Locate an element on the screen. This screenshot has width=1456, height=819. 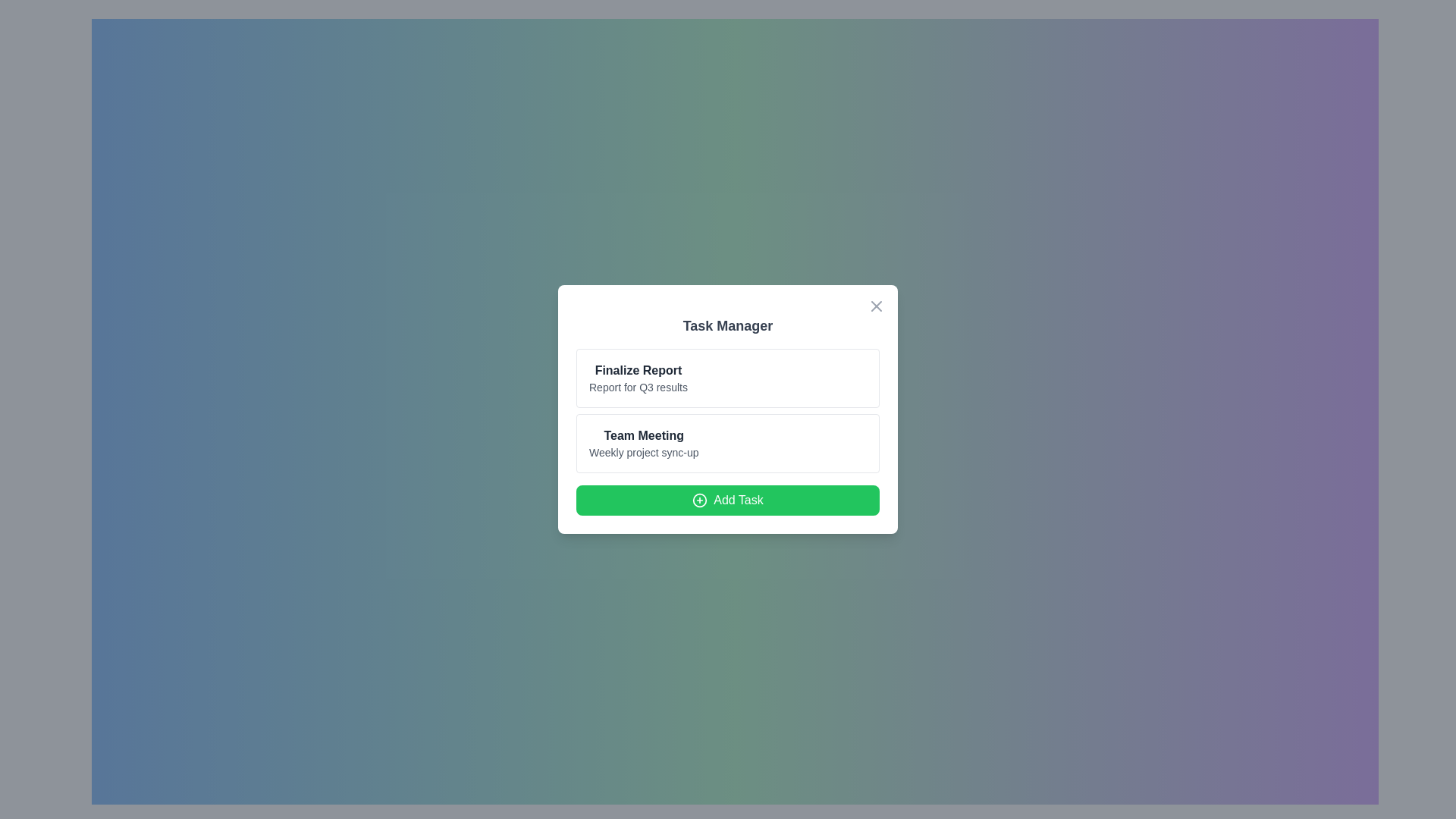
text content of the task entry labeled 'Team Meeting' with the sub-description 'Weekly project sync-up', located in the lower half of the task management interface is located at coordinates (644, 444).